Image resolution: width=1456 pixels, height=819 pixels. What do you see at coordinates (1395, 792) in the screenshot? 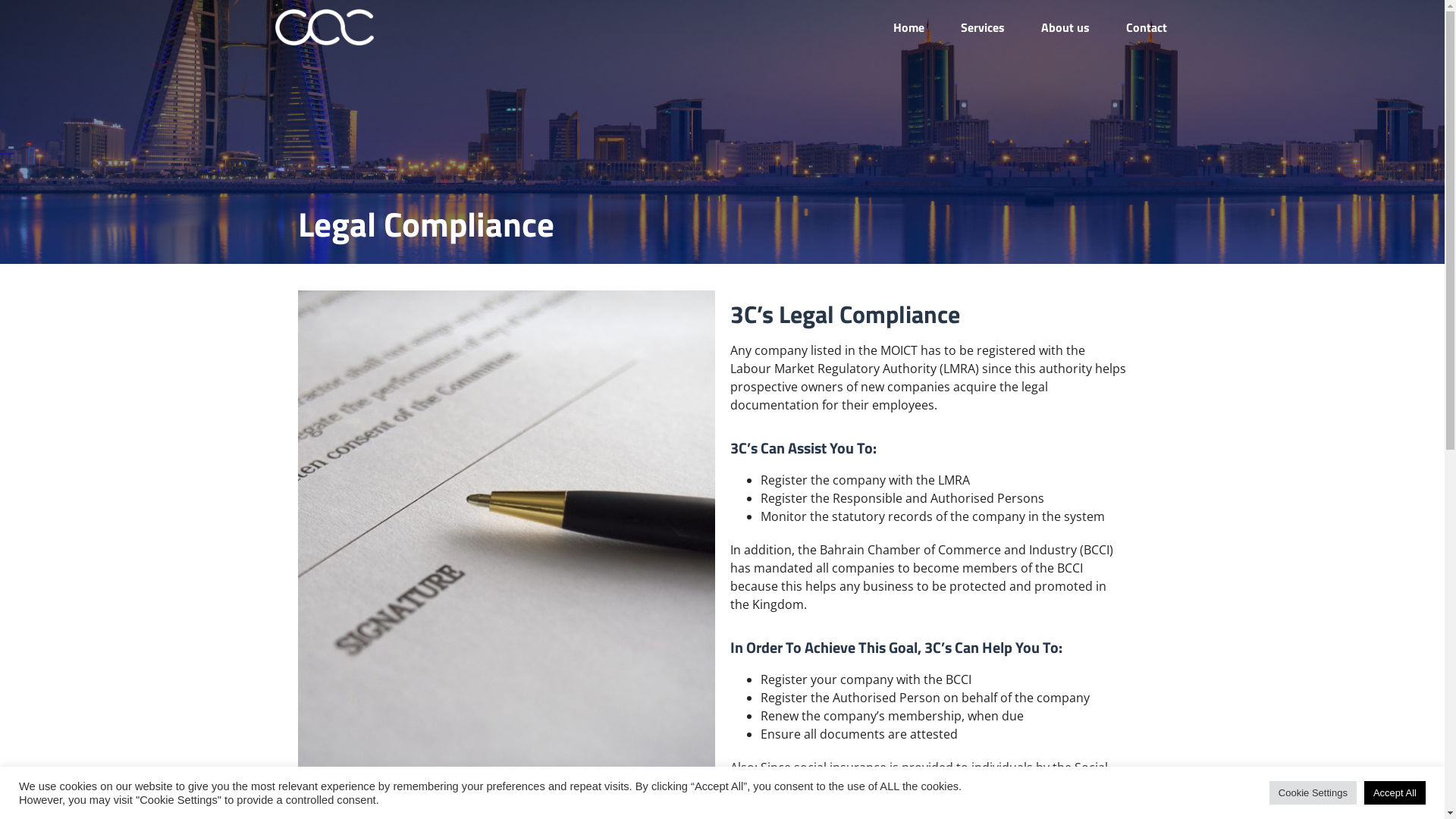
I see `'Accept All'` at bounding box center [1395, 792].